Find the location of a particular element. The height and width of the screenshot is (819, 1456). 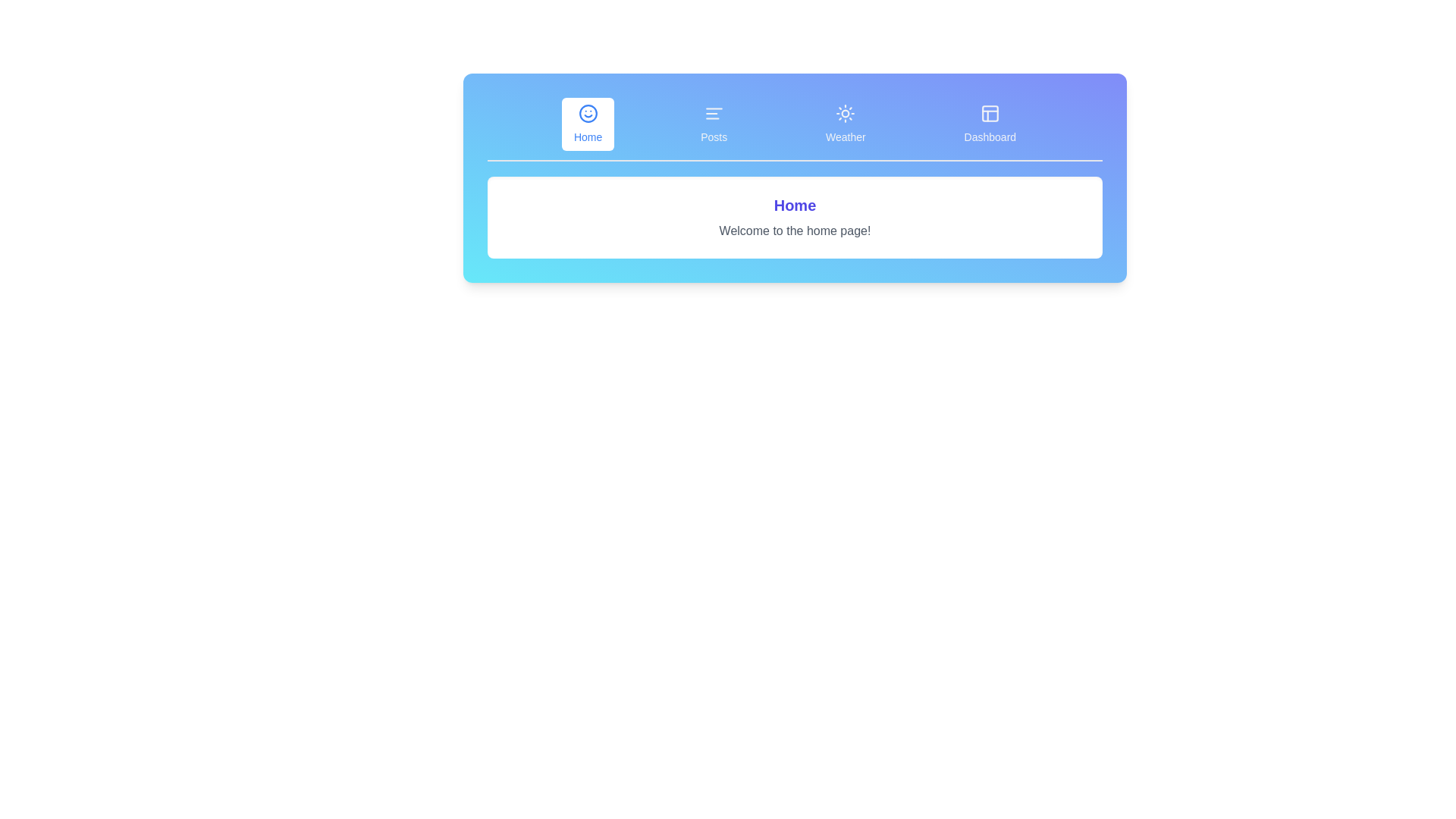

the tab labeled Weather to observe the effect is located at coordinates (845, 124).